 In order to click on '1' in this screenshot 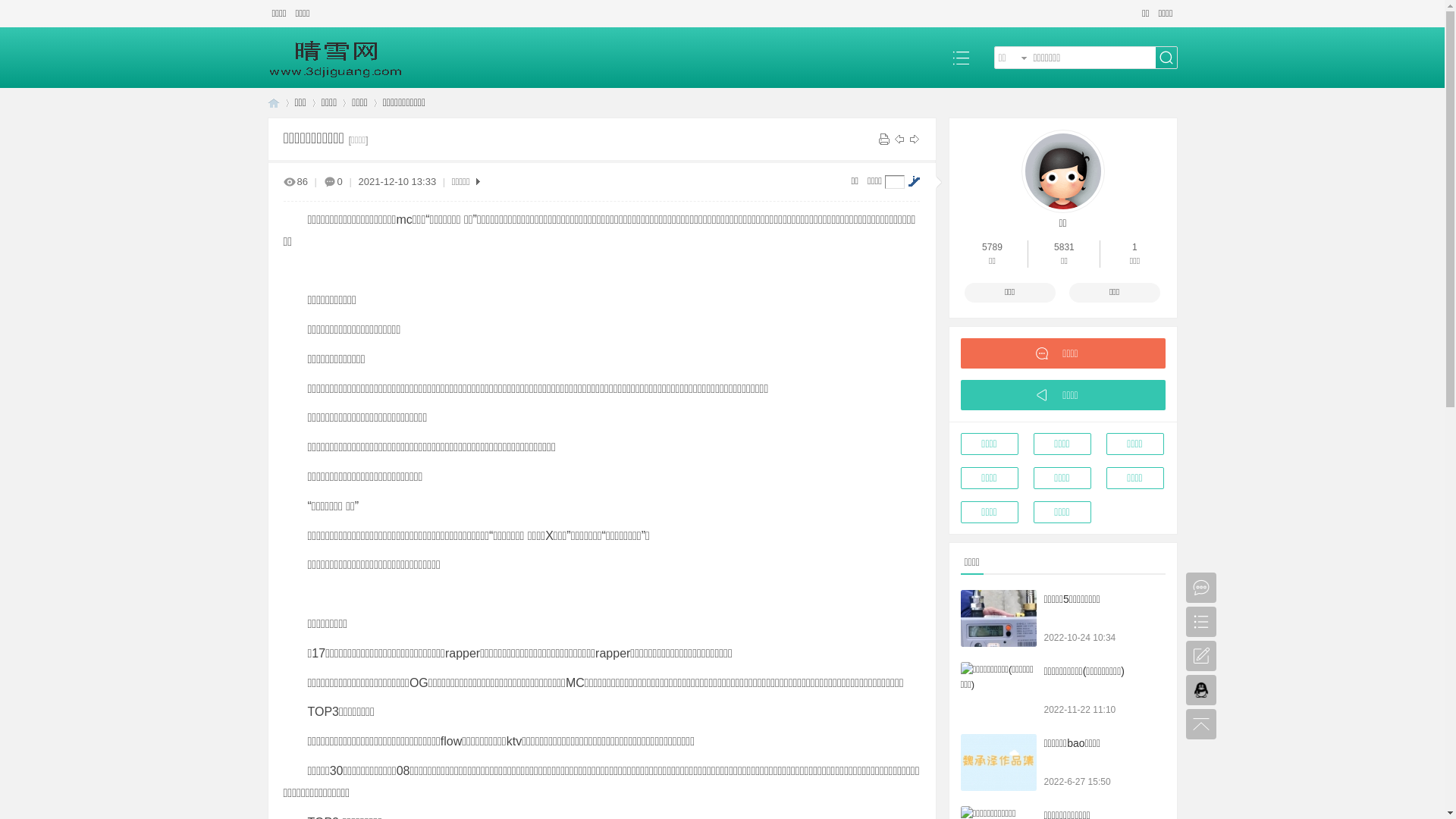, I will do `click(1134, 246)`.